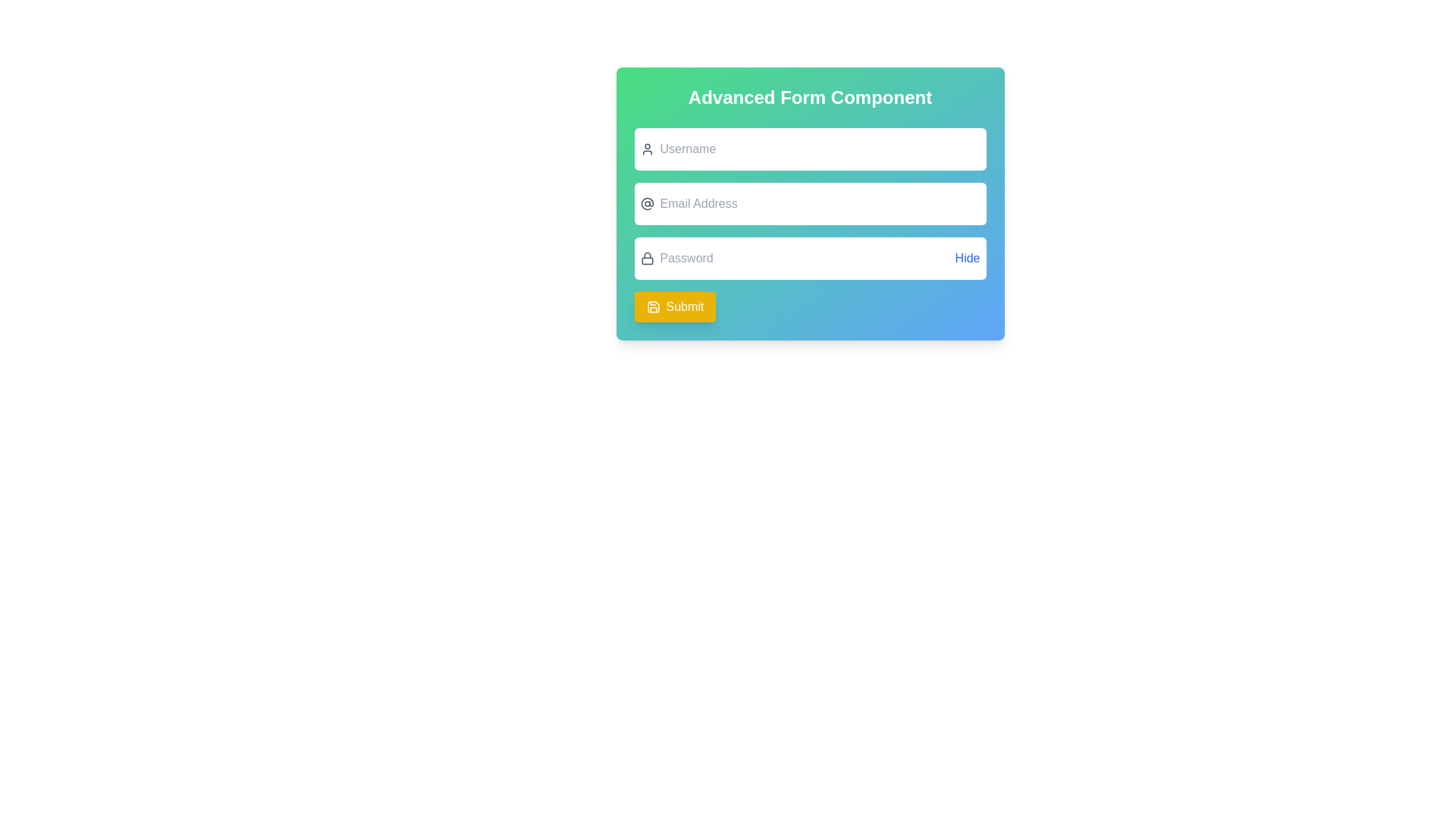 The height and width of the screenshot is (819, 1456). I want to click on the password input field icon that indicates it is for entering a secure password, located to the left of the password input field and the 'Hide' button, so click(647, 257).